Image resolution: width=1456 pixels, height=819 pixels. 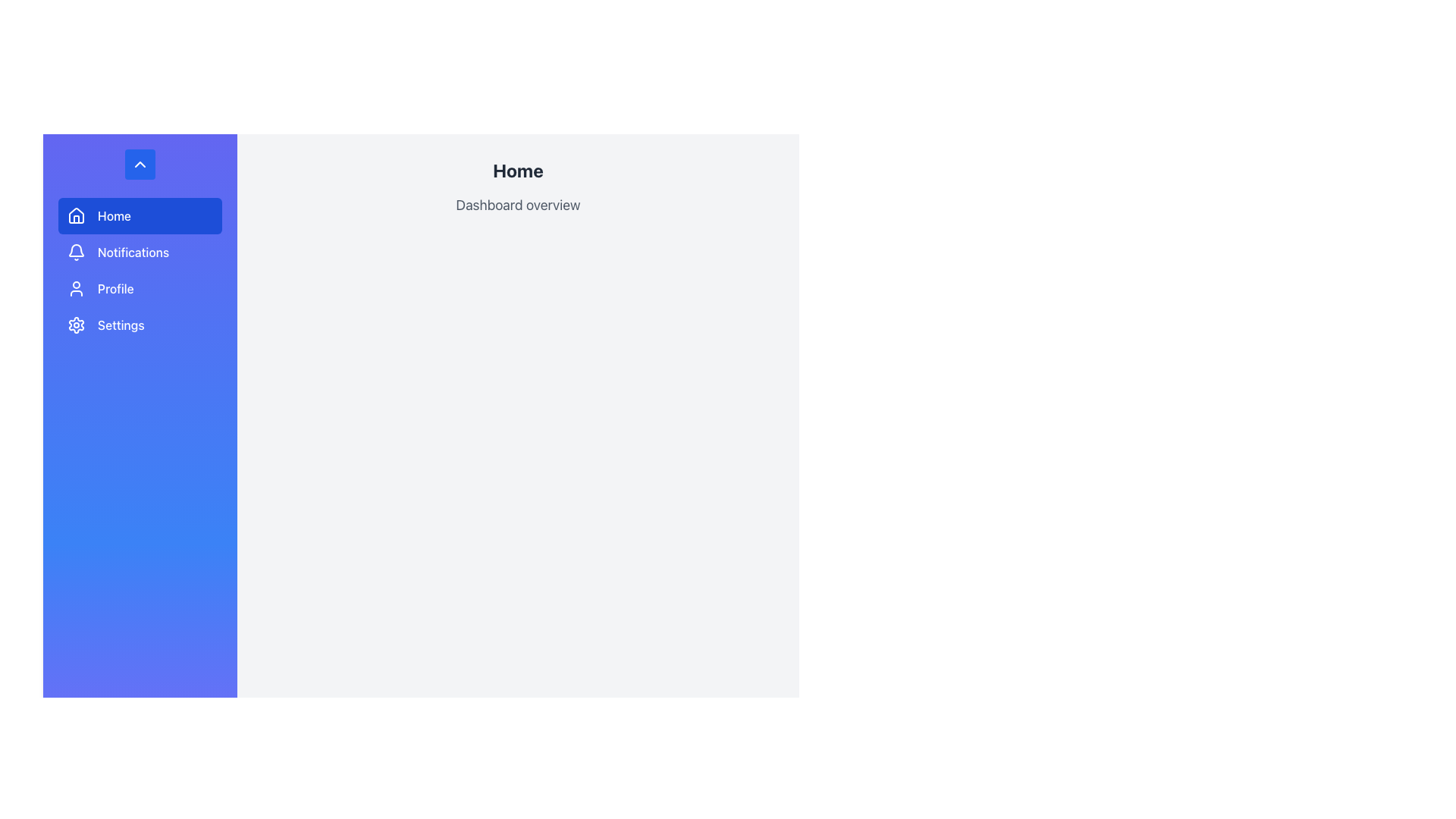 What do you see at coordinates (120, 324) in the screenshot?
I see `the 'Settings' label located on the left sidebar, positioned below the 'Profile' label` at bounding box center [120, 324].